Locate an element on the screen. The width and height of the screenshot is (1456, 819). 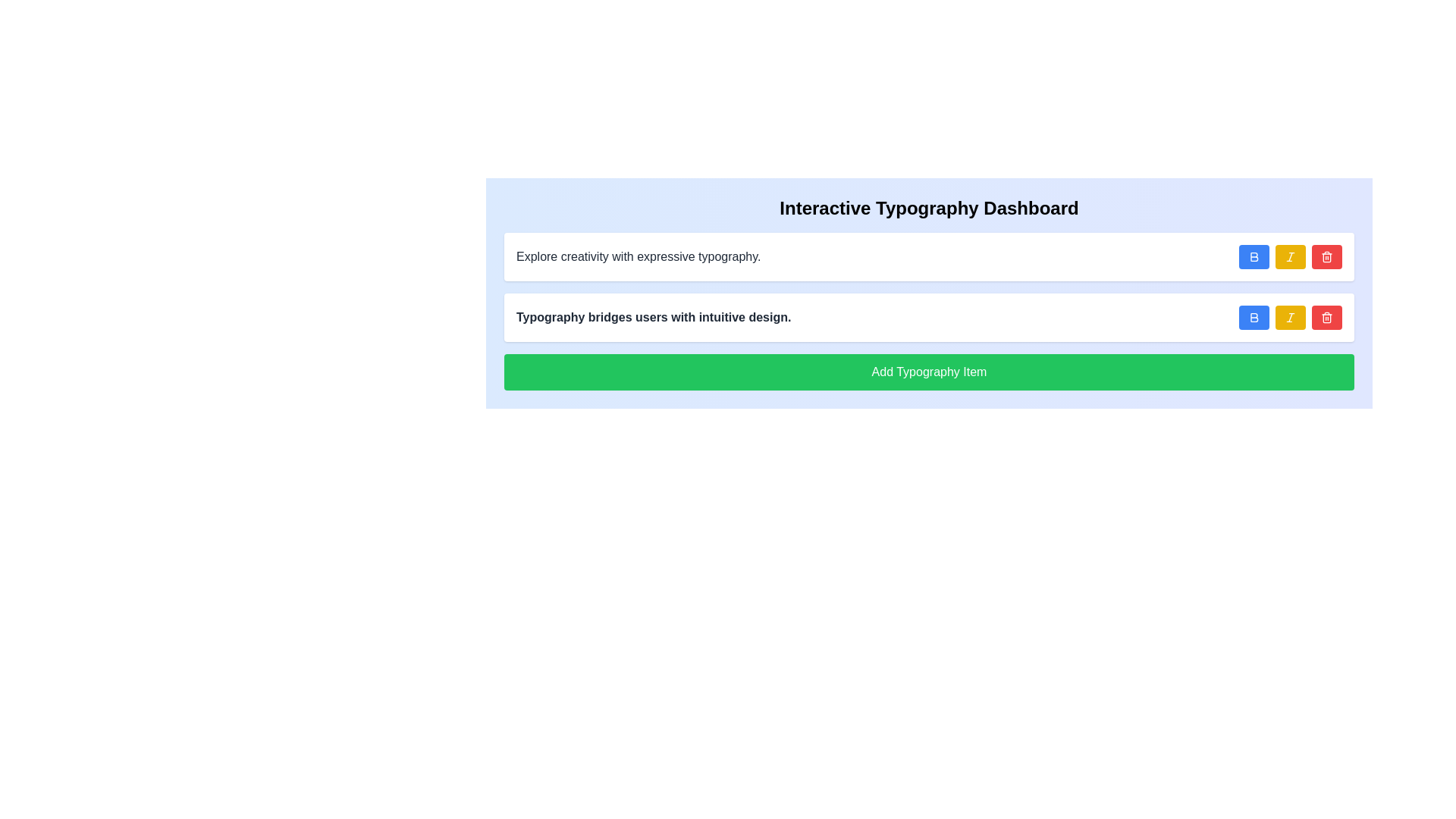
the delete icon located within the red button on the right side of the second row of list items is located at coordinates (1326, 317).